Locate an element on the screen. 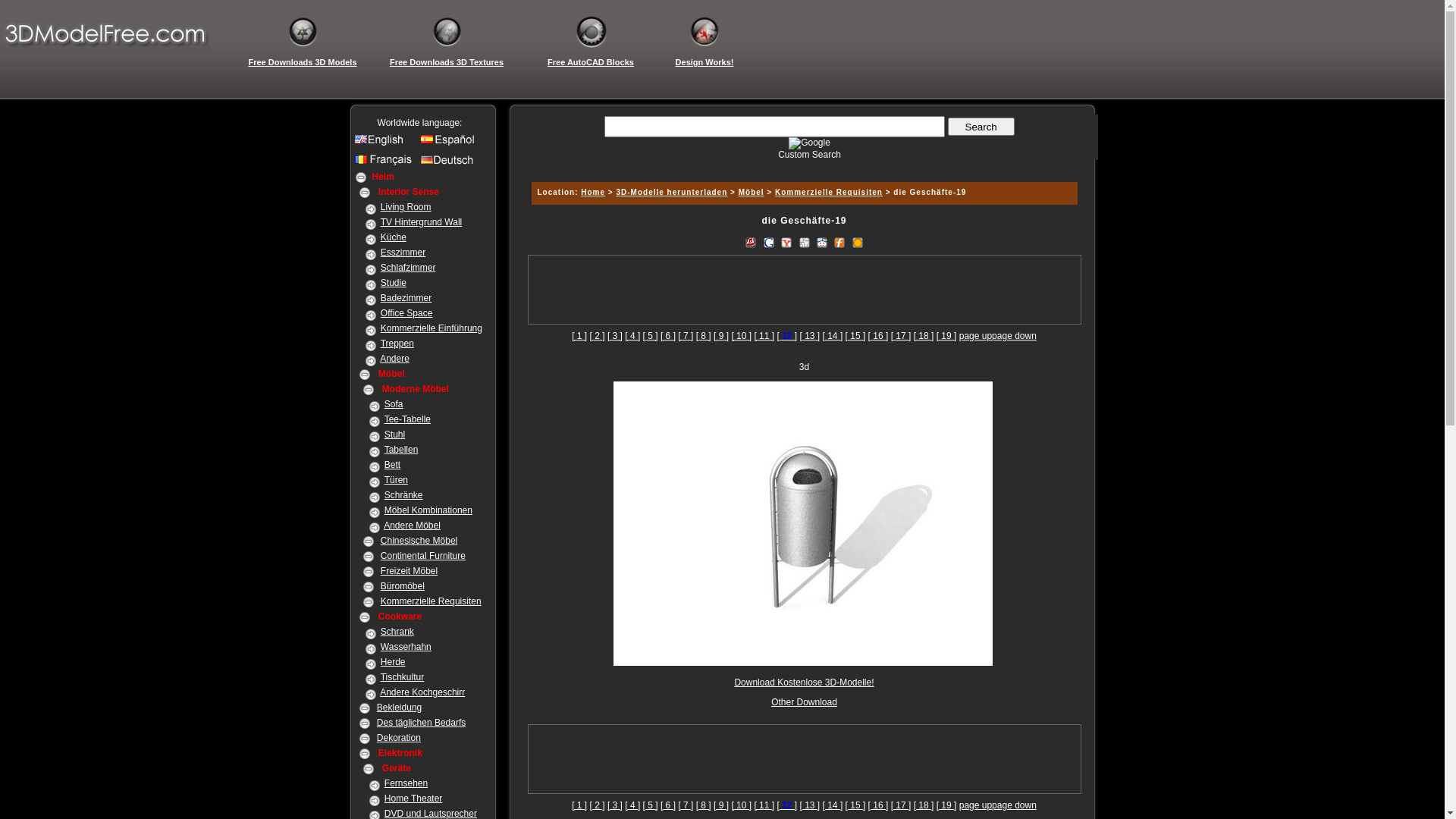 Image resolution: width=1456 pixels, height=819 pixels. 'Elektronik' is located at coordinates (400, 752).